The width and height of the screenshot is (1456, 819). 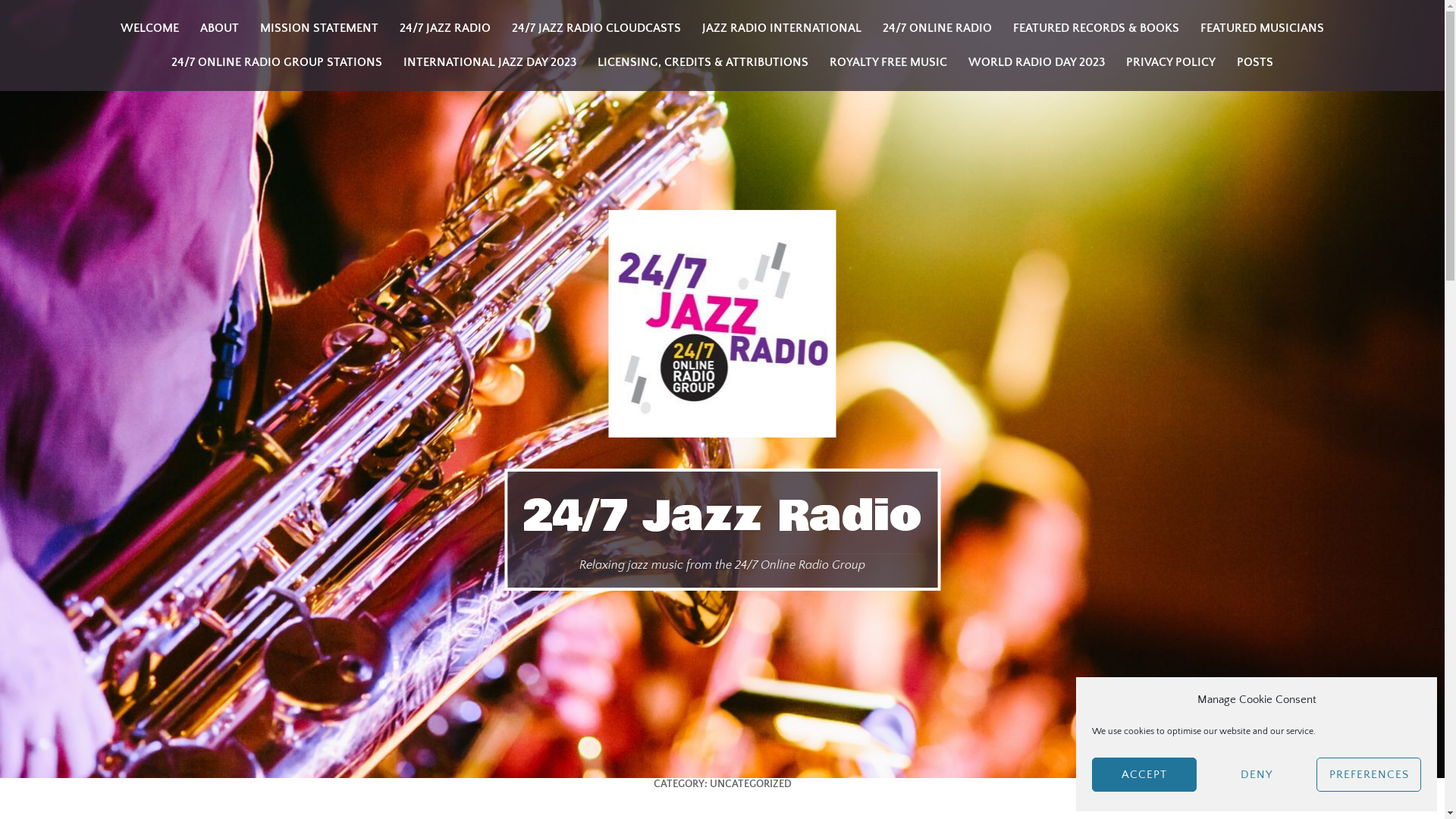 What do you see at coordinates (444, 28) in the screenshot?
I see `'24/7 JAZZ RADIO'` at bounding box center [444, 28].